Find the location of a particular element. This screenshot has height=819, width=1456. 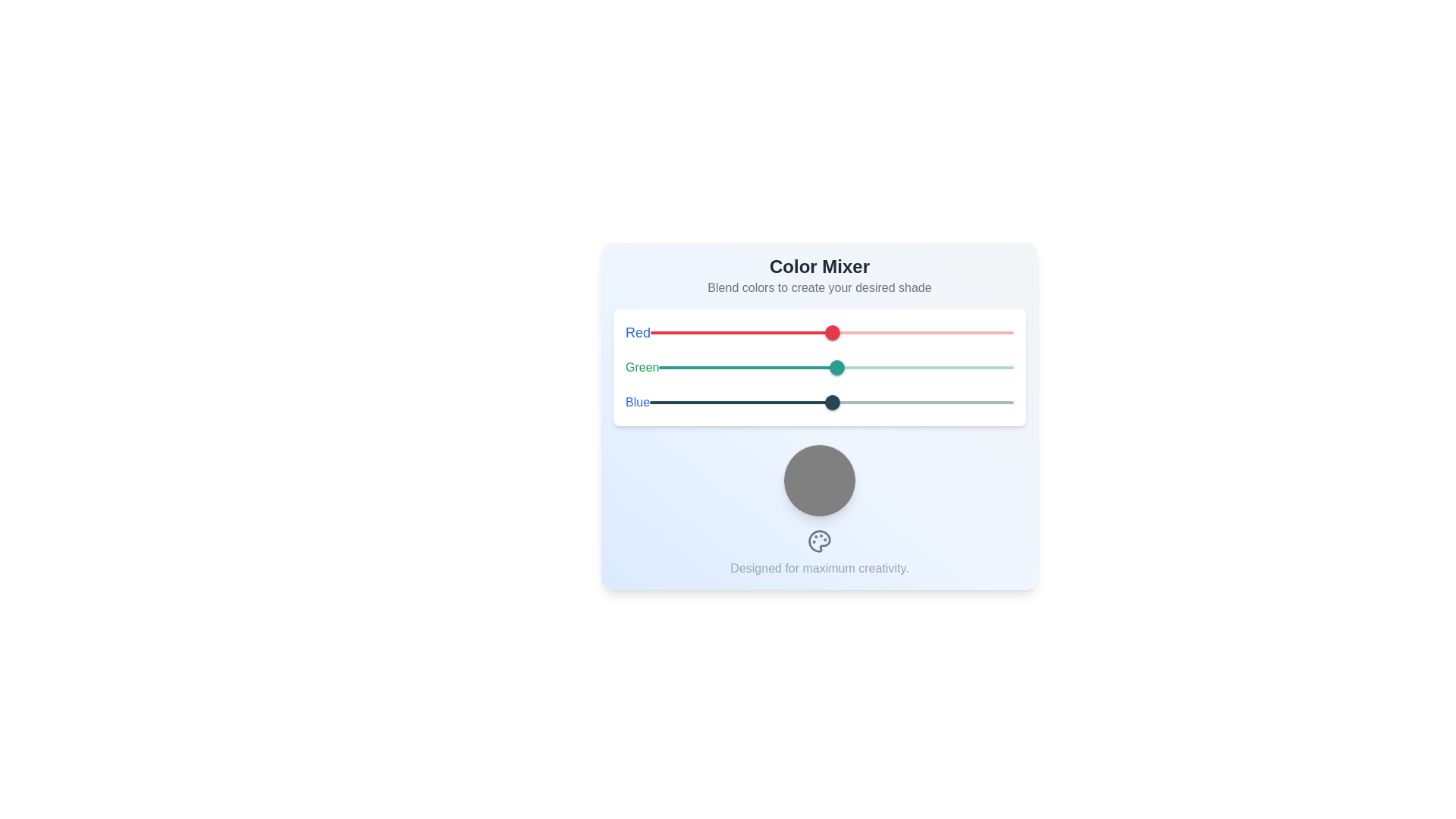

the green slider is located at coordinates (780, 368).